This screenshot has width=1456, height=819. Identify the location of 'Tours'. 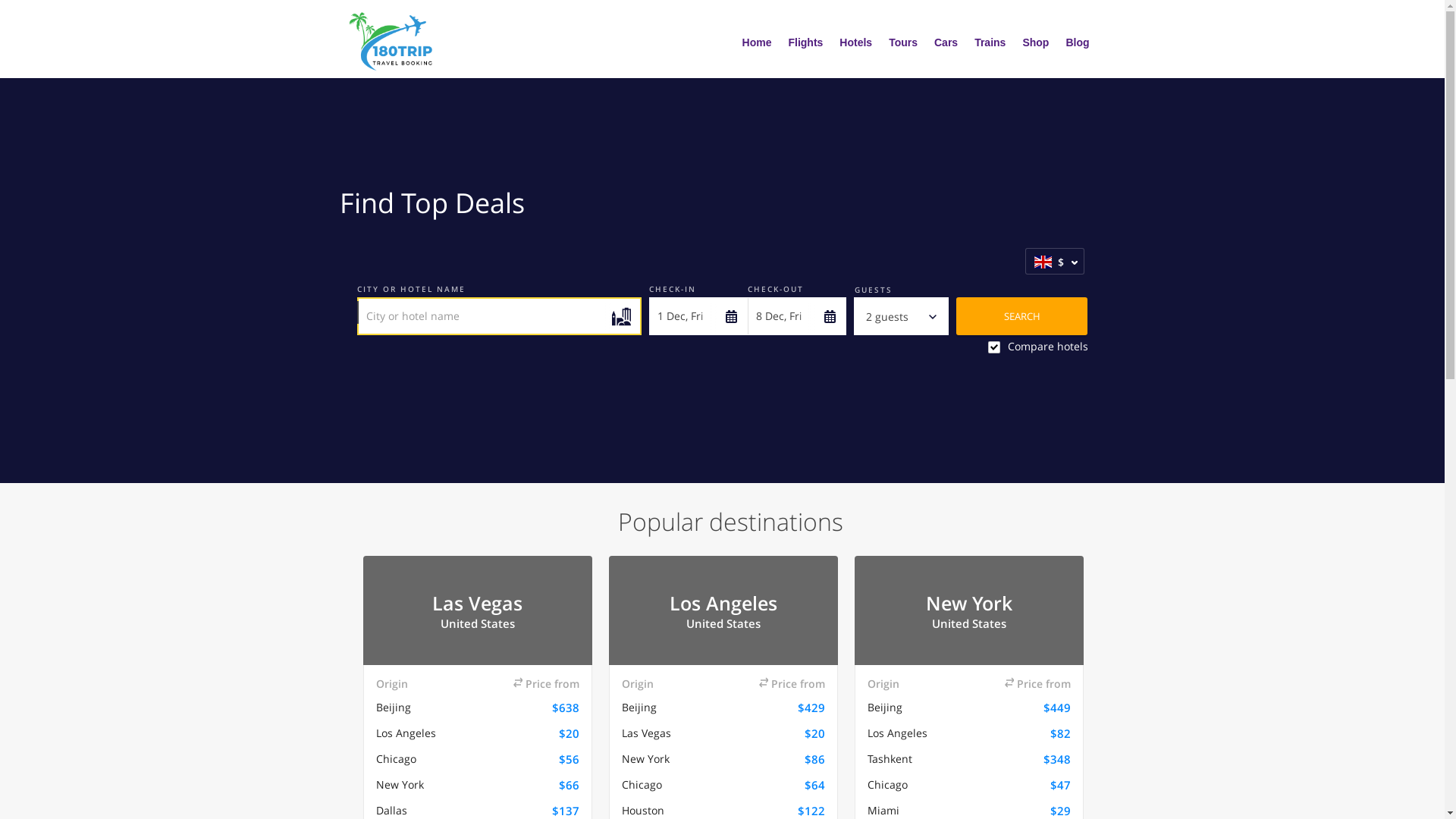
(902, 42).